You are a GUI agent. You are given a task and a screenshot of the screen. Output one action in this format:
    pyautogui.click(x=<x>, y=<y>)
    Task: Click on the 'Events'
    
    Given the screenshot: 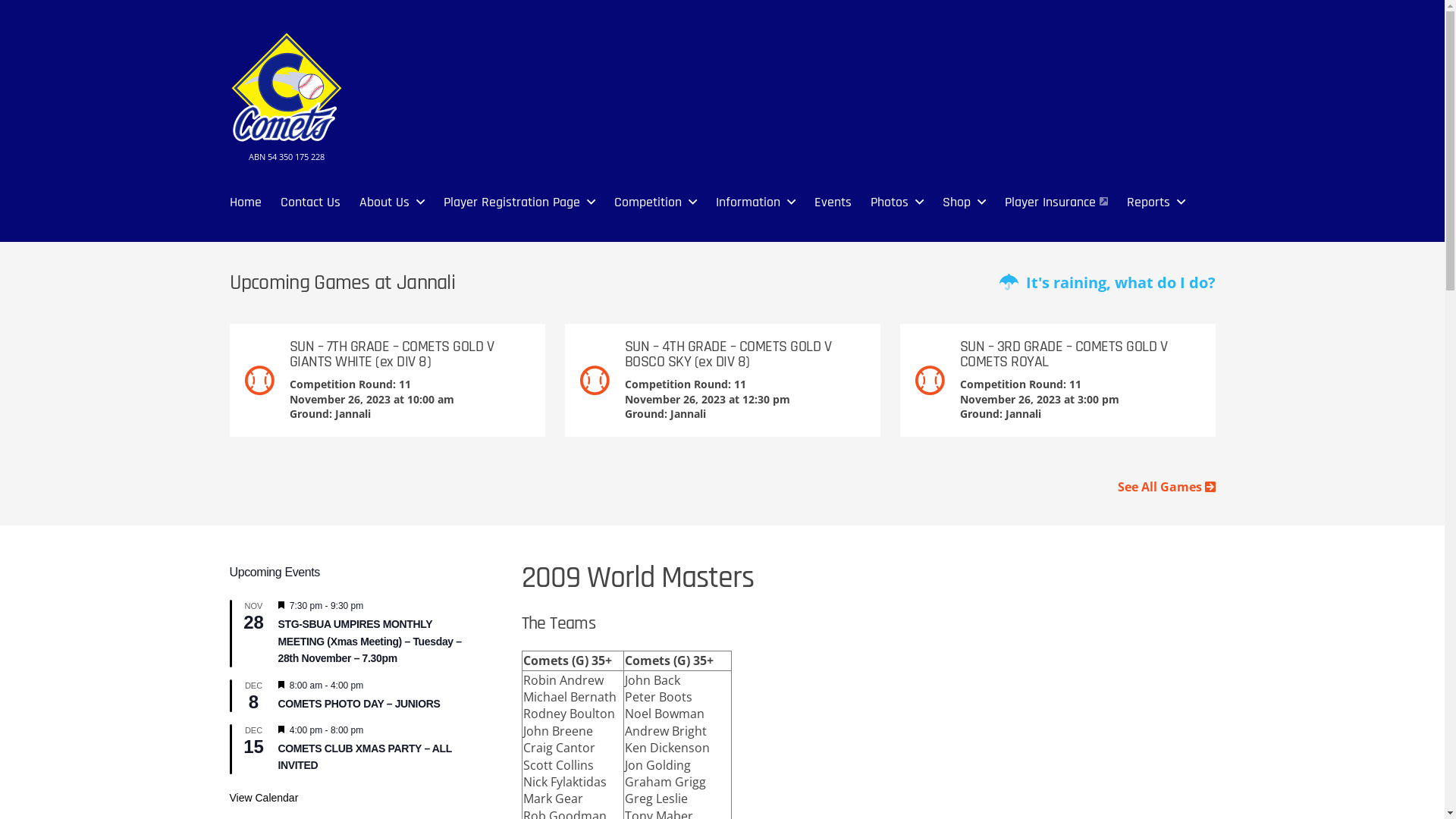 What is the action you would take?
    pyautogui.click(x=832, y=201)
    